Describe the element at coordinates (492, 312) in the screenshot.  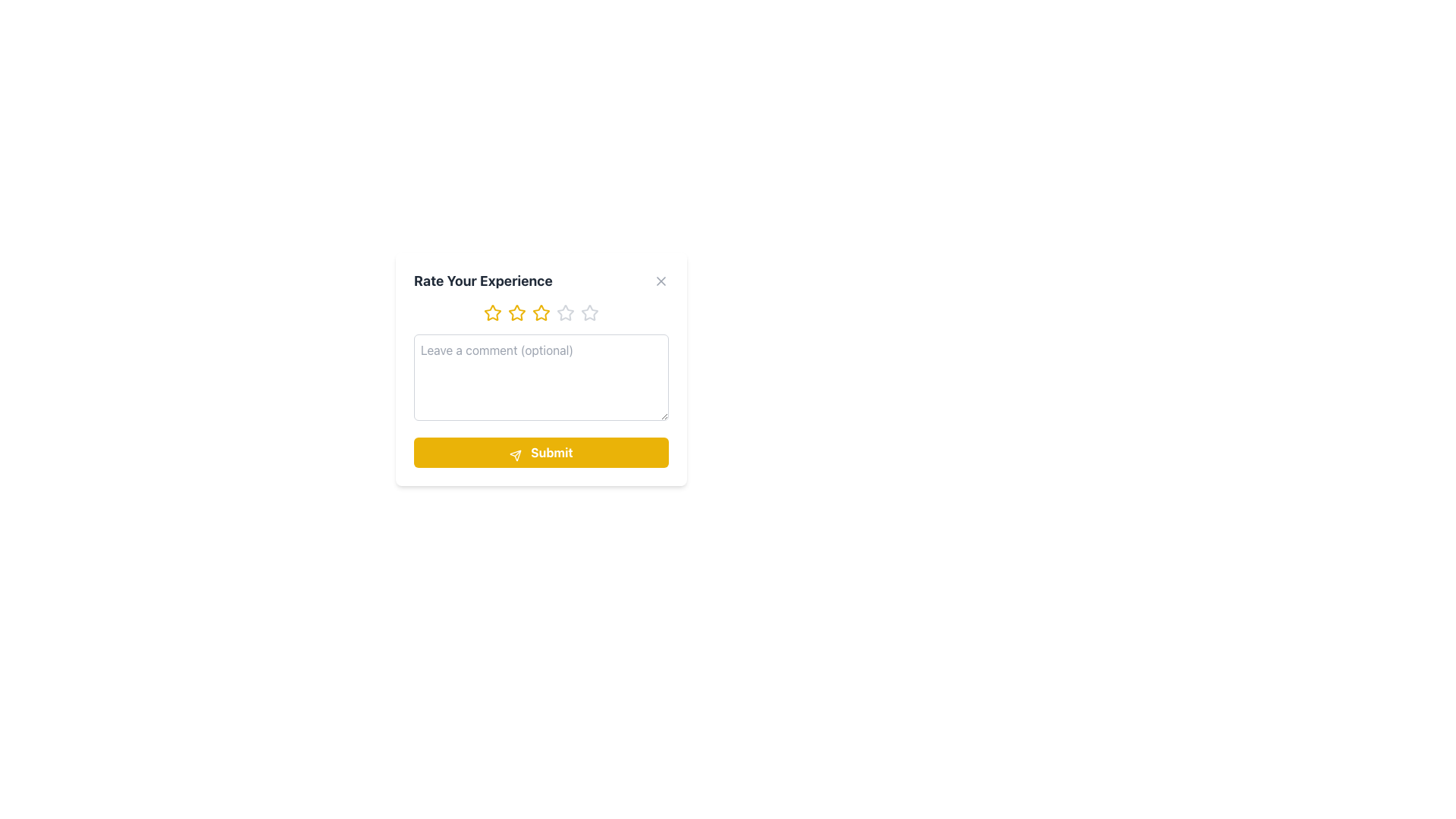
I see `the second star icon from the left in the rating section at the top of the feedback form` at that location.